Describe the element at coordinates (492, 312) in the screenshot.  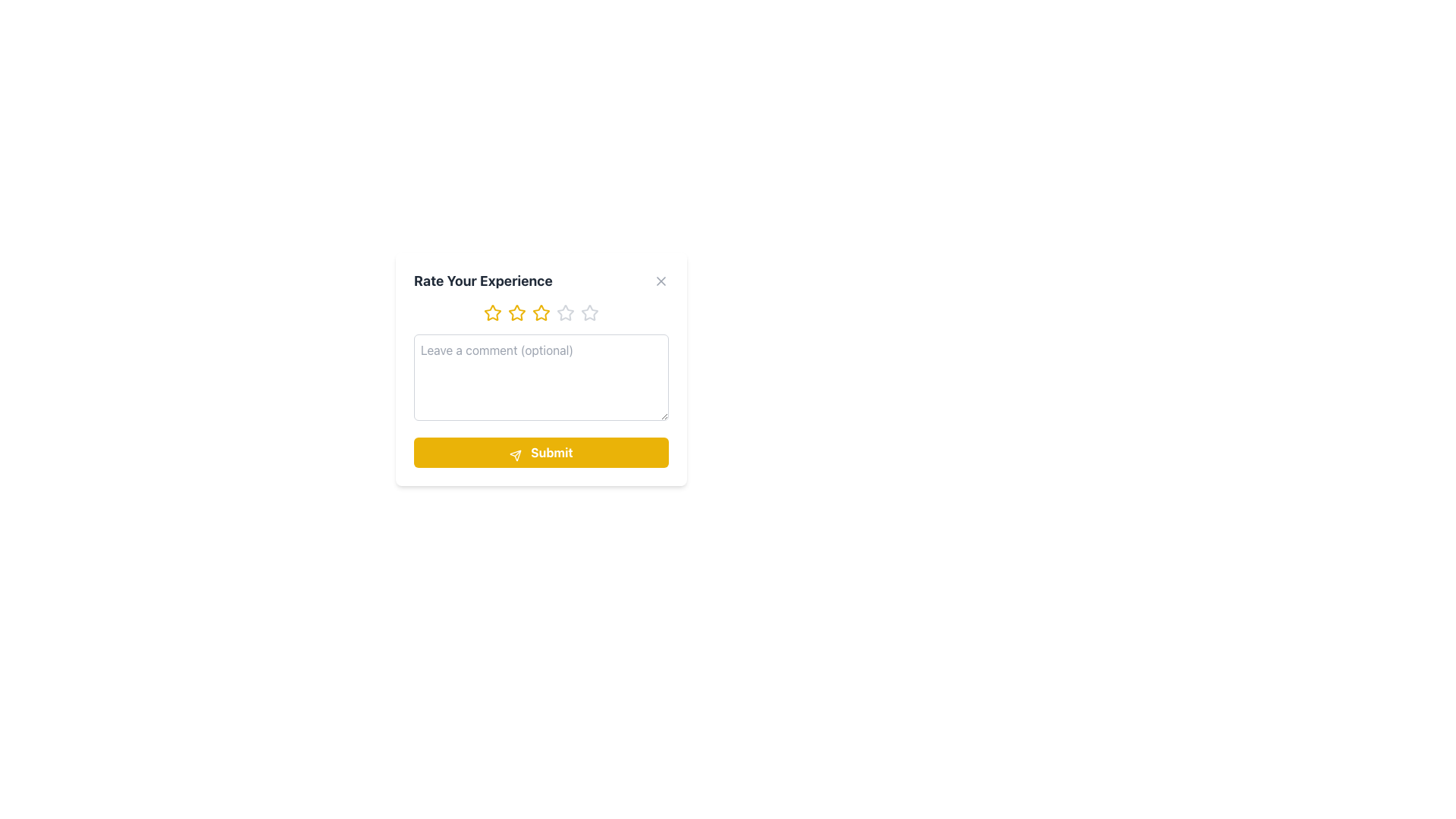
I see `the second star icon from the left in the rating section at the top of the feedback form` at that location.